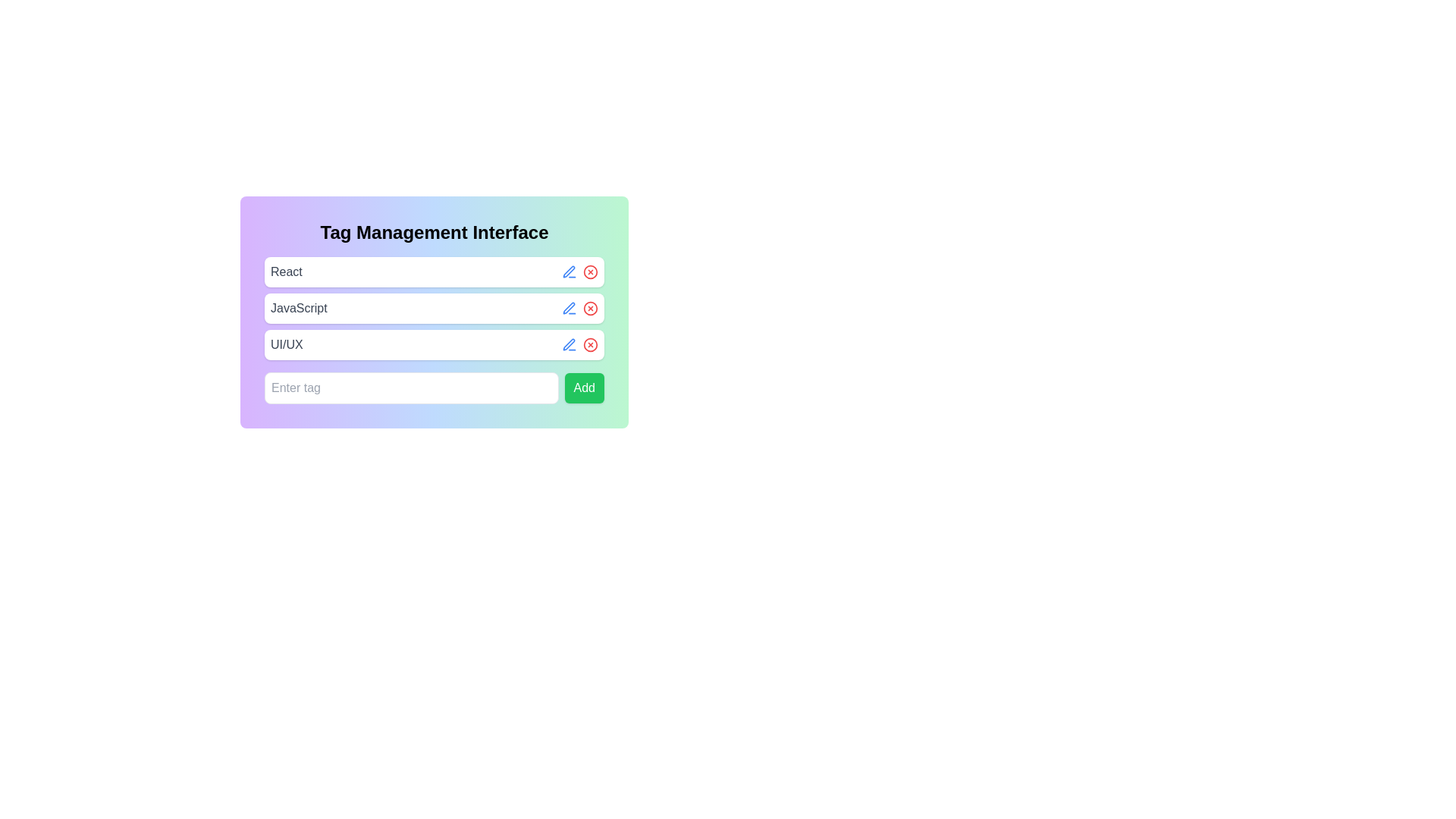 The width and height of the screenshot is (1456, 819). Describe the element at coordinates (568, 345) in the screenshot. I see `the blue pen icon button located next to the 'UI/UX' text field` at that location.